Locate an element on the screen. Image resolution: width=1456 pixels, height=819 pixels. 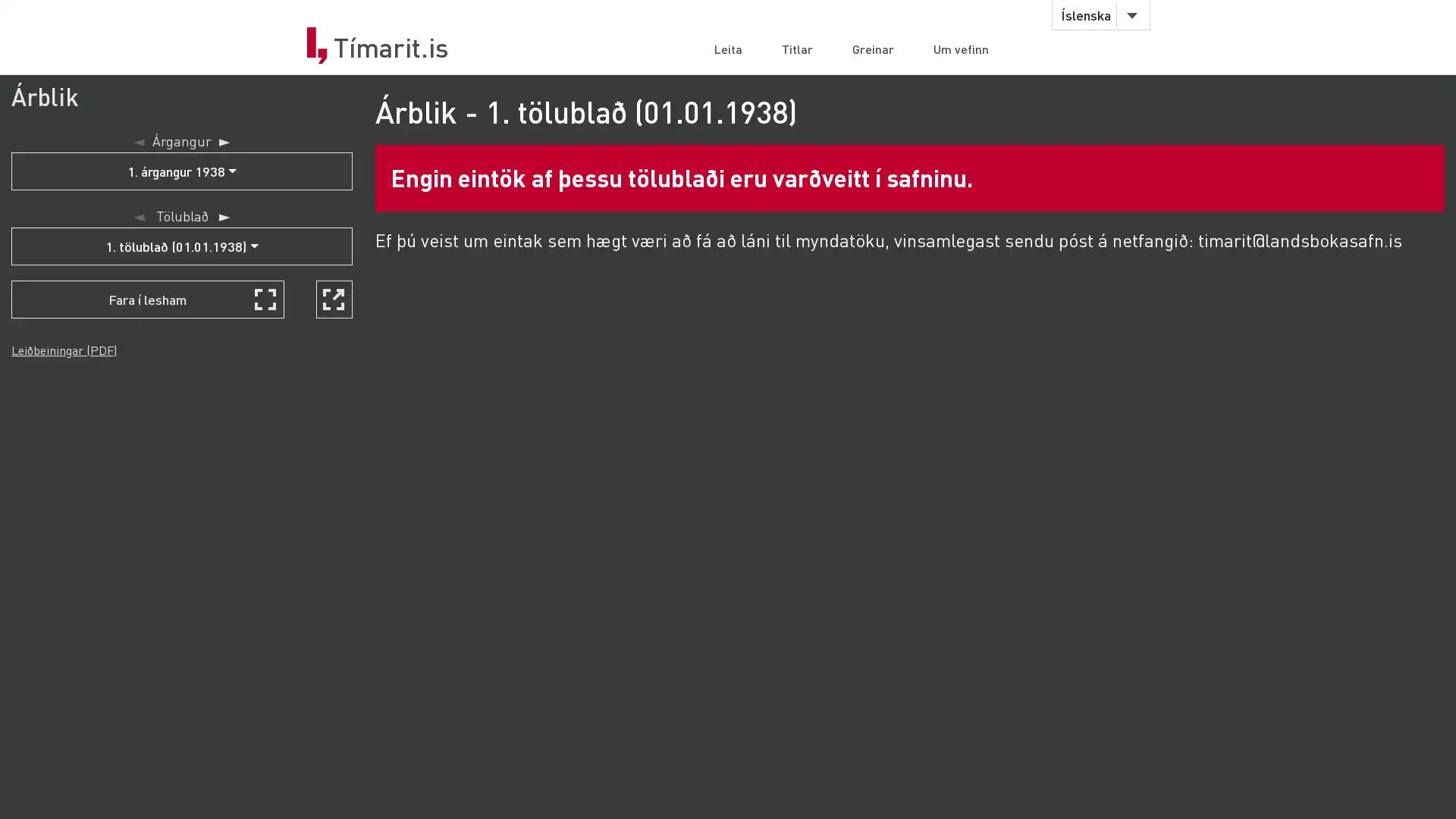
Fara i lesham is located at coordinates (148, 298).